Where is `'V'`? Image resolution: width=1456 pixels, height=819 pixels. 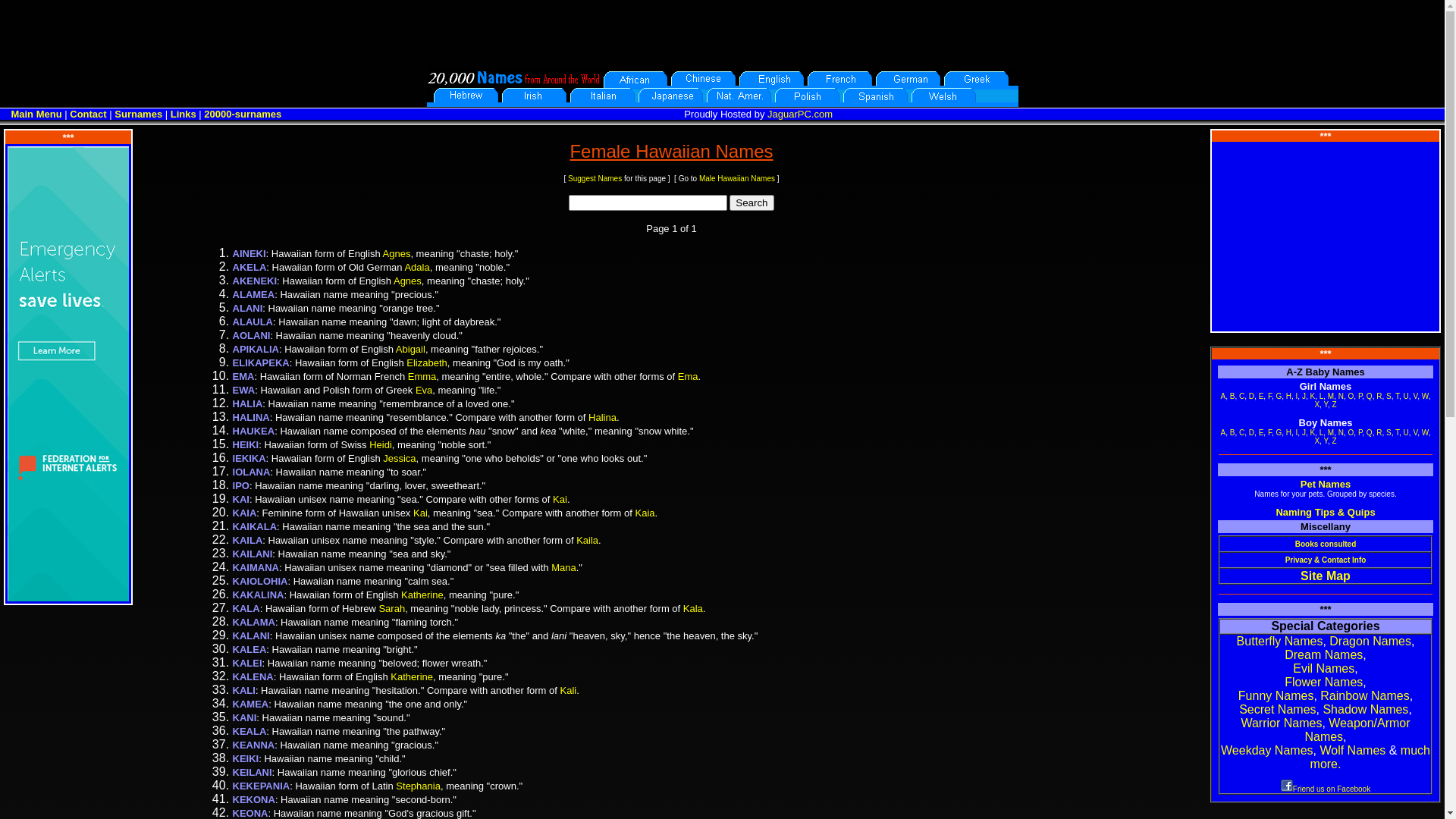 'V' is located at coordinates (1414, 432).